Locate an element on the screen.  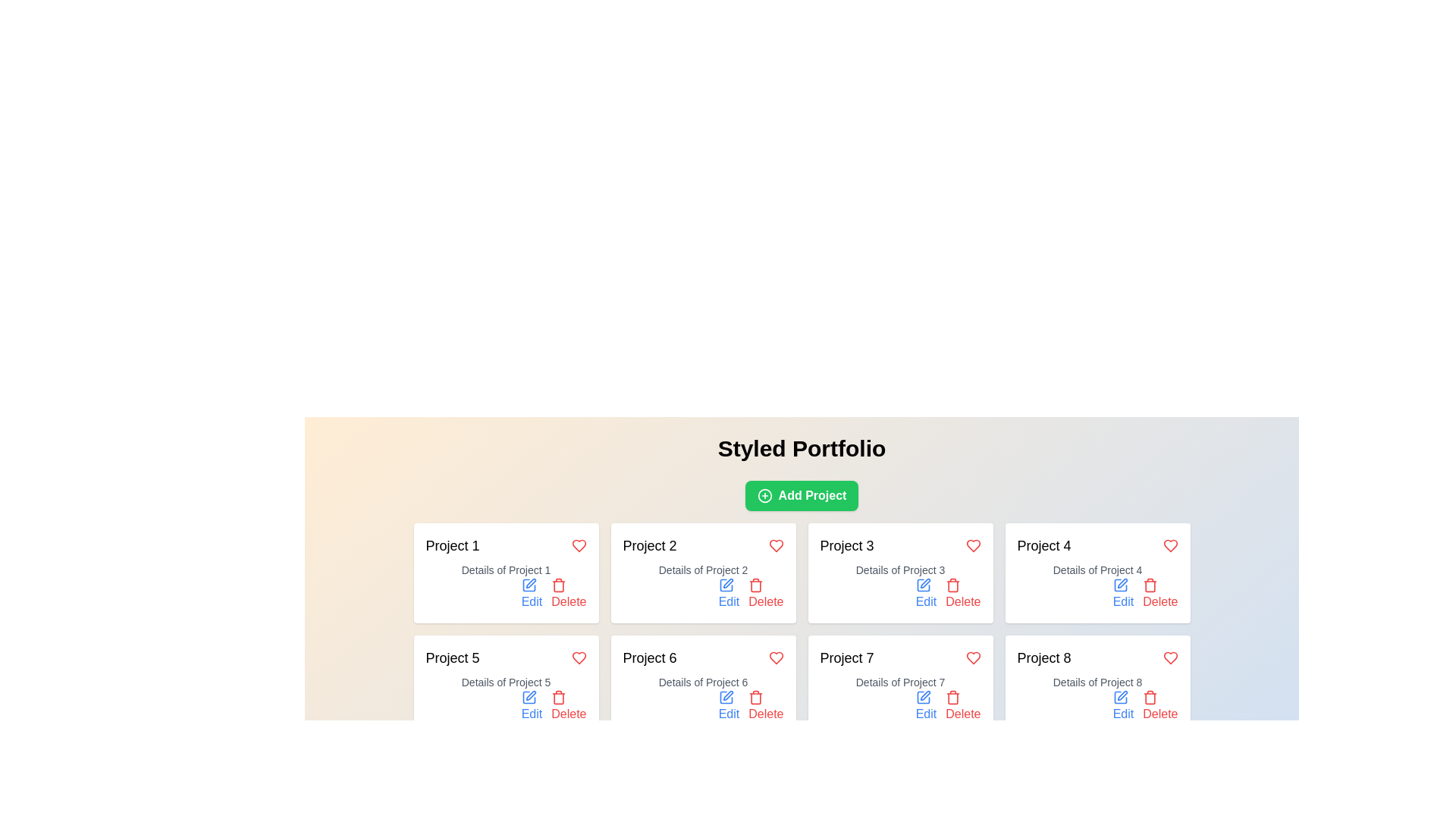
text label that serves as the title for the project, positioned in the grid layout as the second item in the first row, between 'Project 1' and 'Project 3', under 'Styled Portfolio' is located at coordinates (650, 546).